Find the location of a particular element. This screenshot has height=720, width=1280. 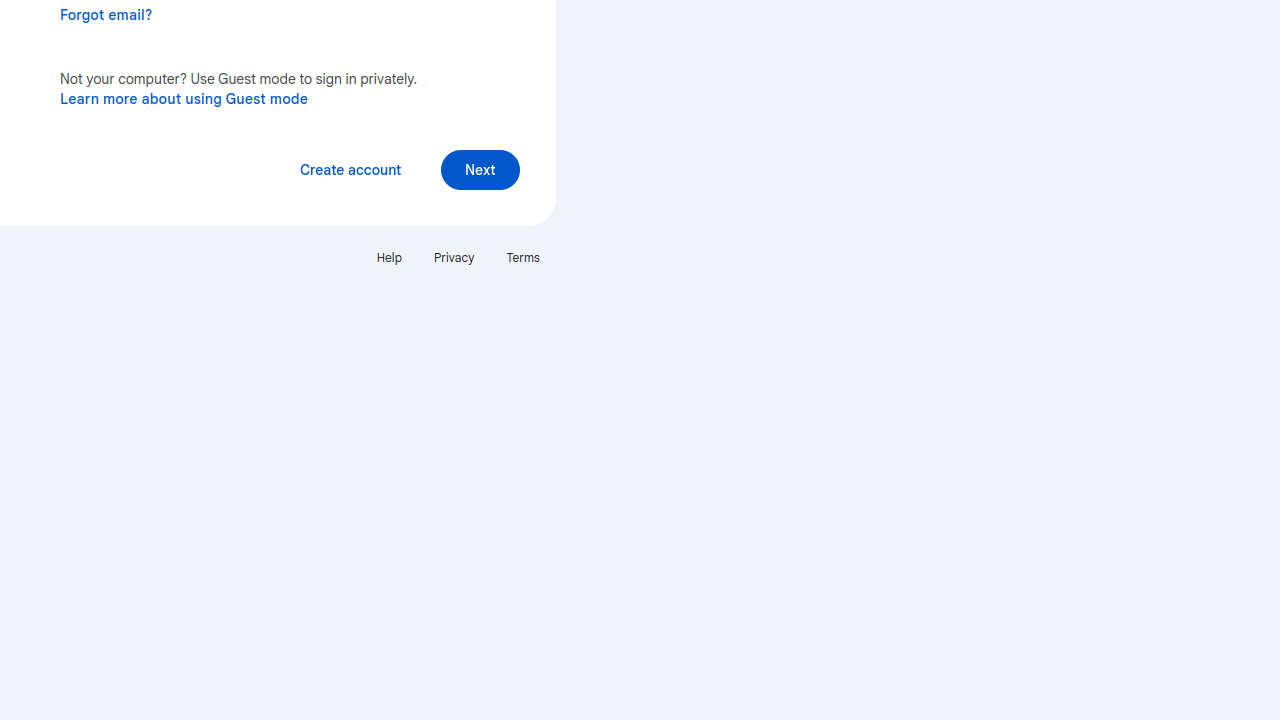

'Next' is located at coordinates (480, 168).